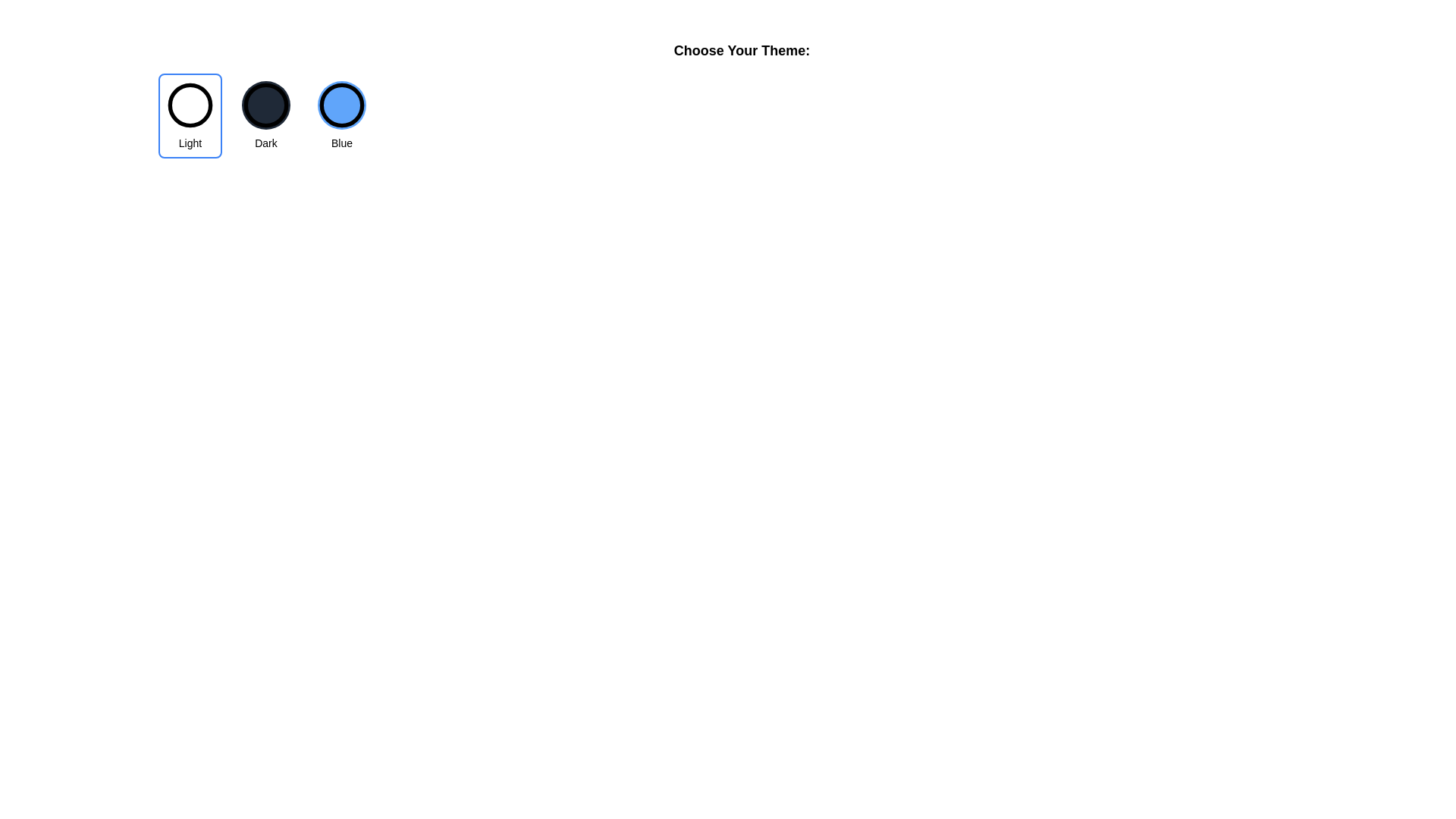  I want to click on the static text description that indicates the blue theme choice, which is the third label below the blue-themed circular button, so click(341, 143).